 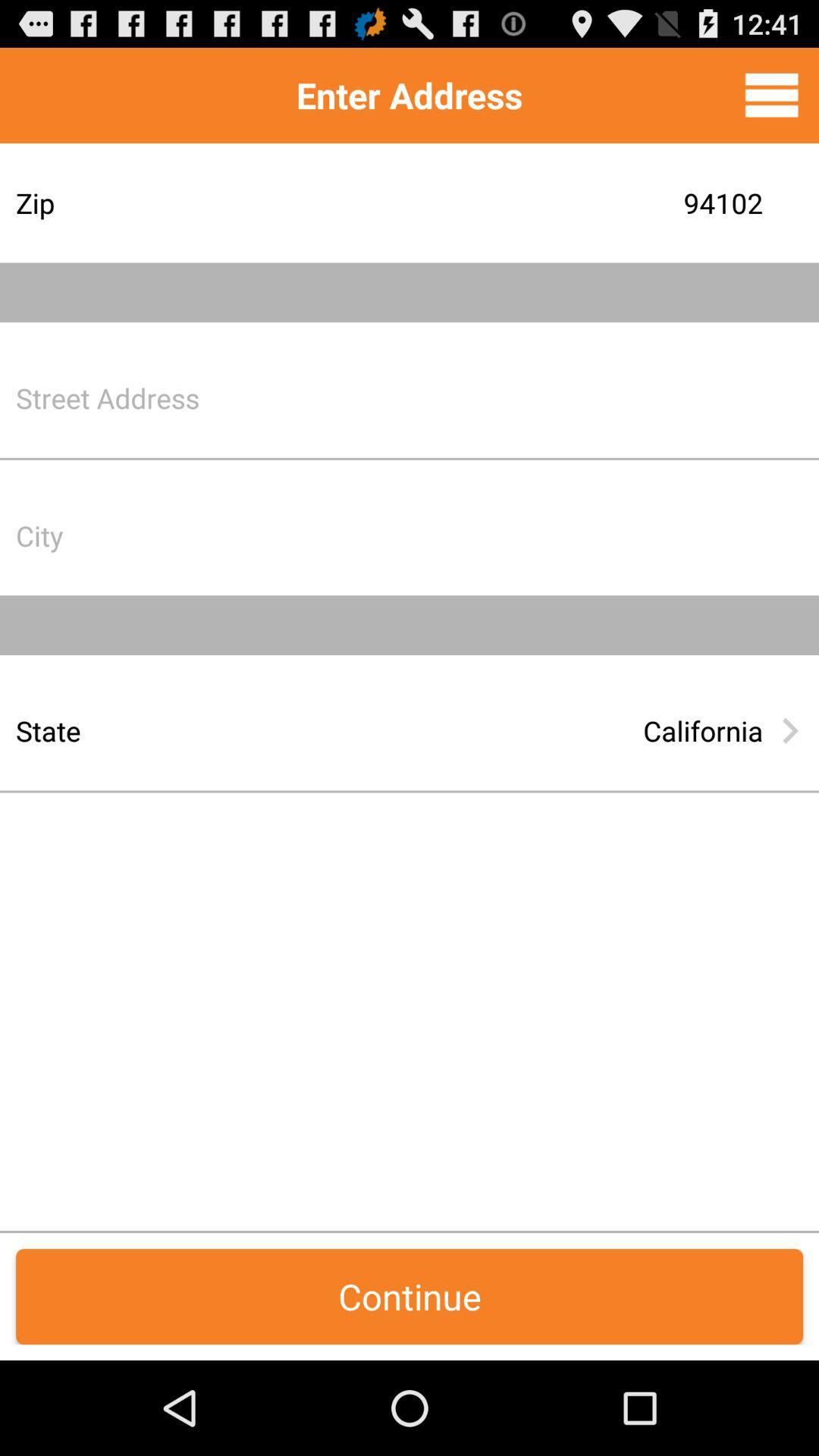 What do you see at coordinates (526, 202) in the screenshot?
I see `the item below enter address item` at bounding box center [526, 202].